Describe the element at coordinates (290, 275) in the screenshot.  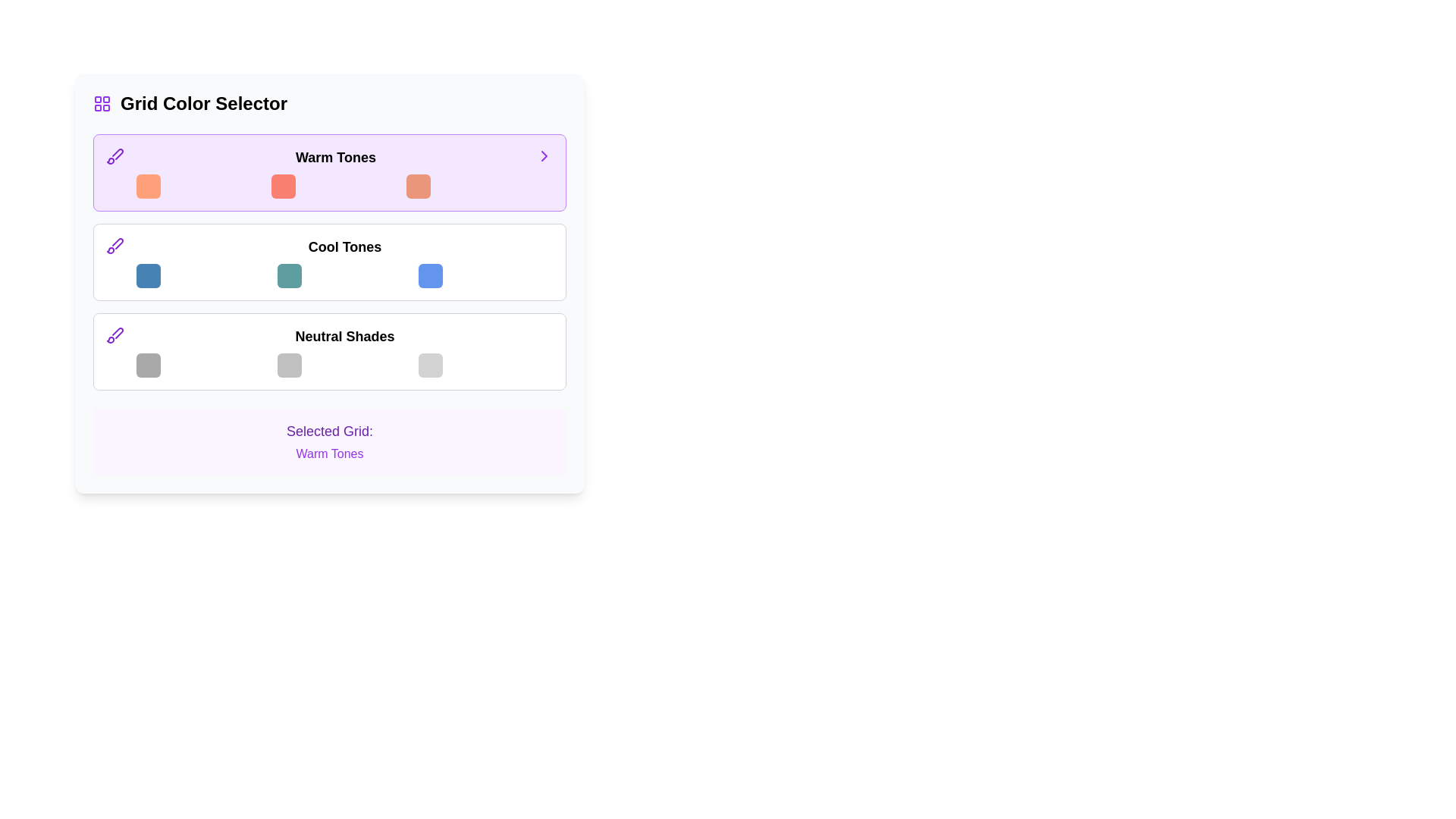
I see `the teal-colored color selection box with rounded edges in the 'Cool Tones' section` at that location.